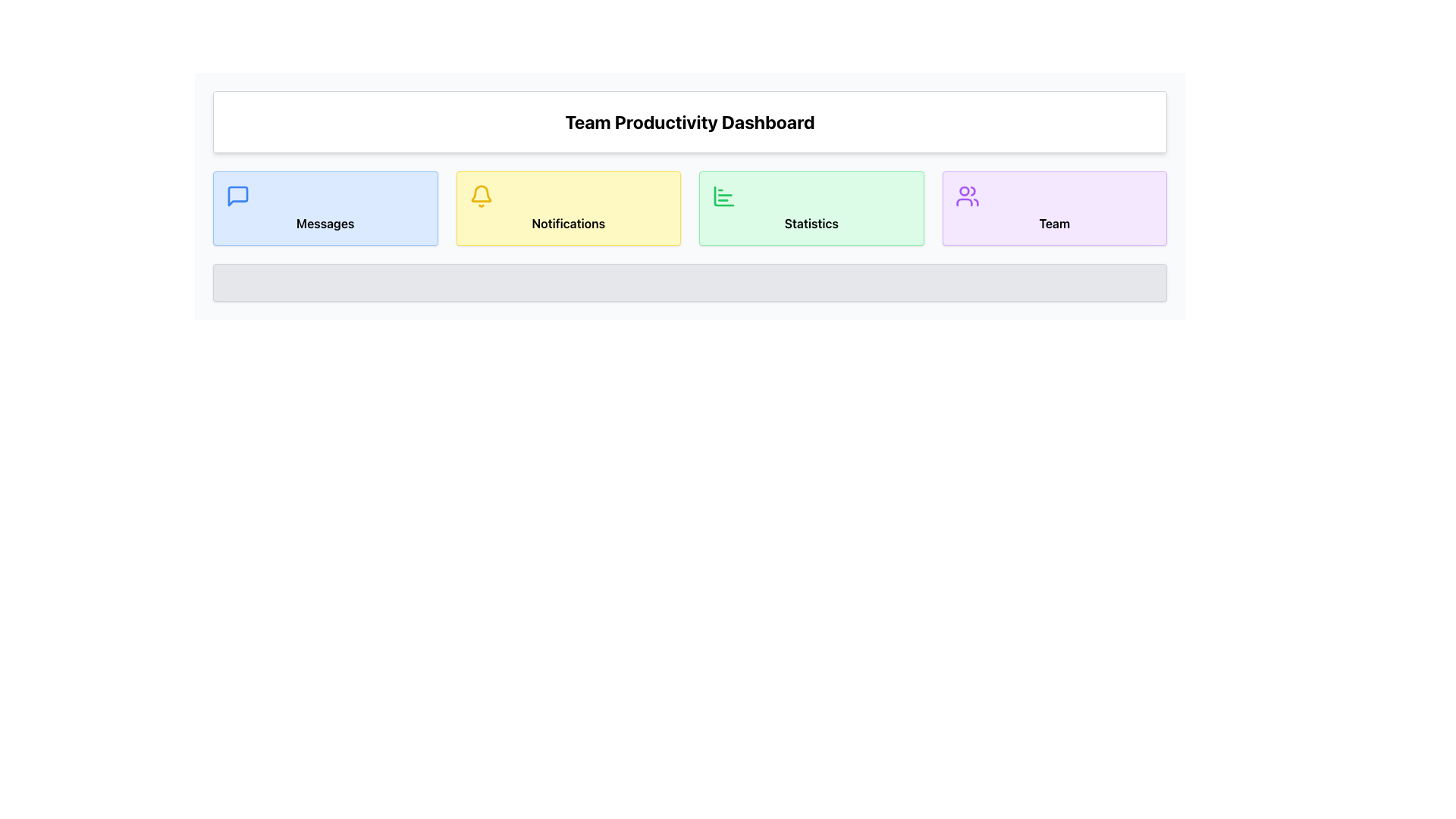  I want to click on the green bar chart icon located at the center-top of the light green 'Statistics' card, which is the third card from the left in the second row, so click(723, 195).